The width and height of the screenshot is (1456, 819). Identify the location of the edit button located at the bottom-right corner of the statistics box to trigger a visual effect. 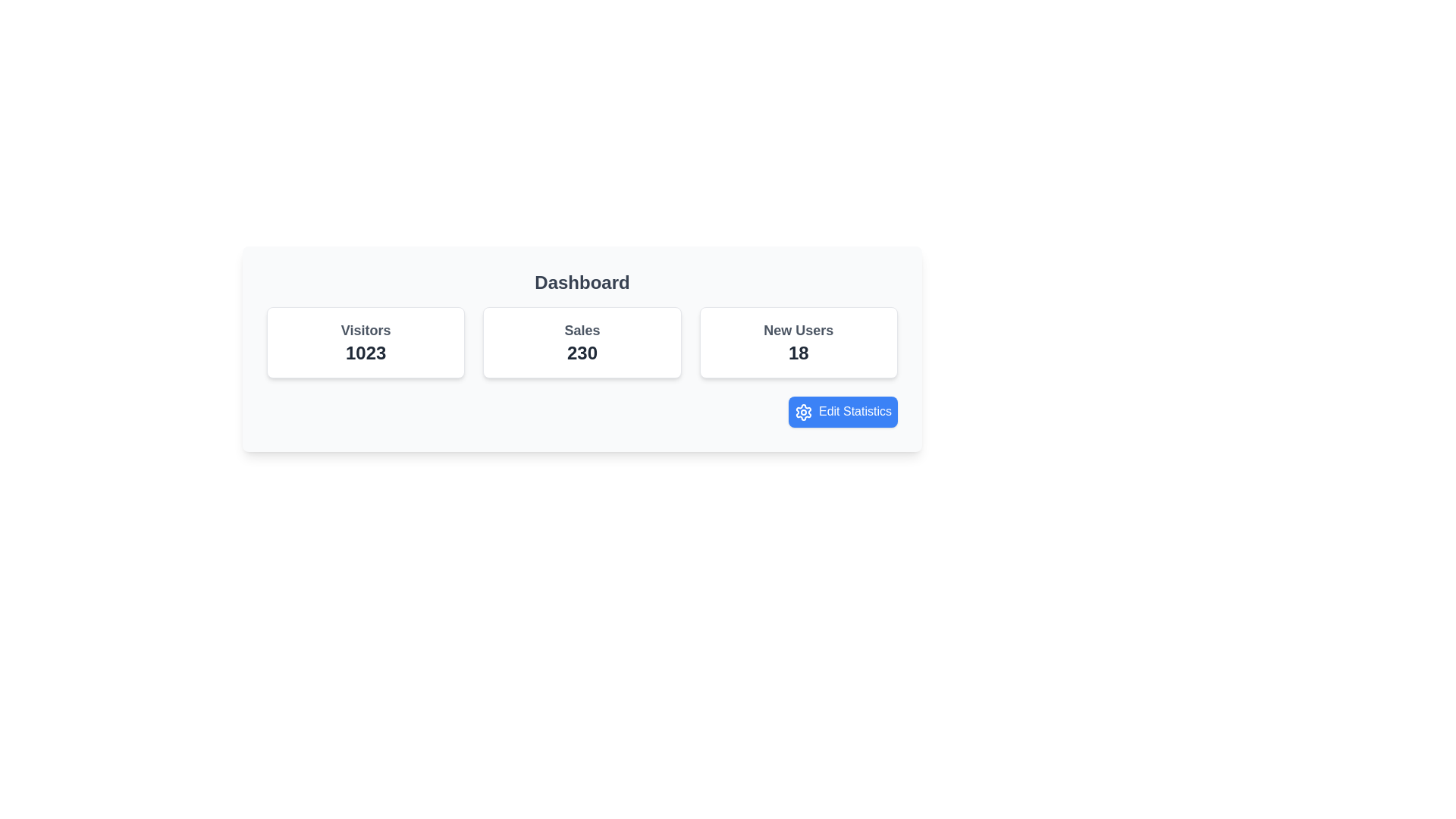
(842, 412).